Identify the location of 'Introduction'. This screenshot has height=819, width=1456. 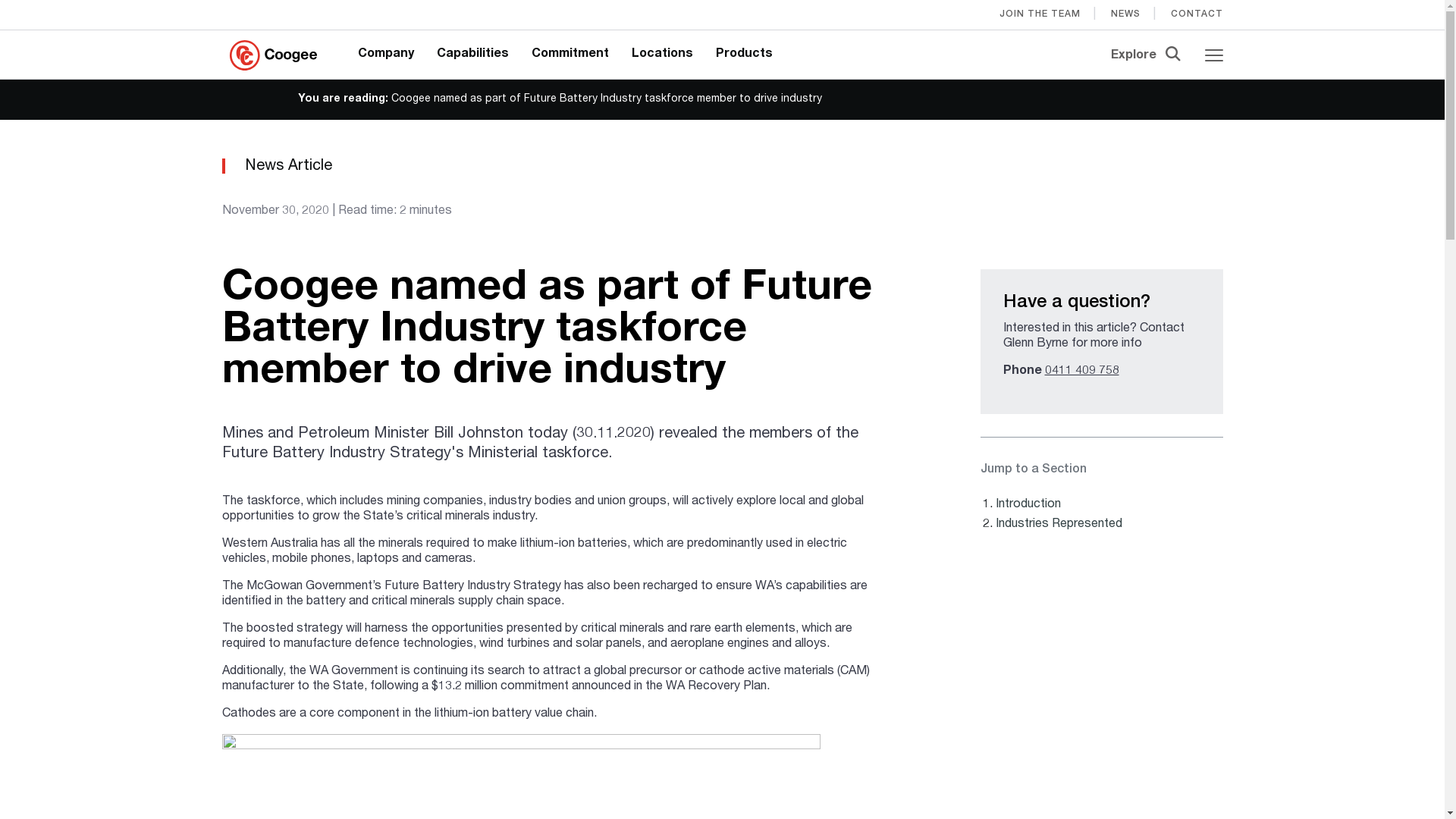
(1027, 505).